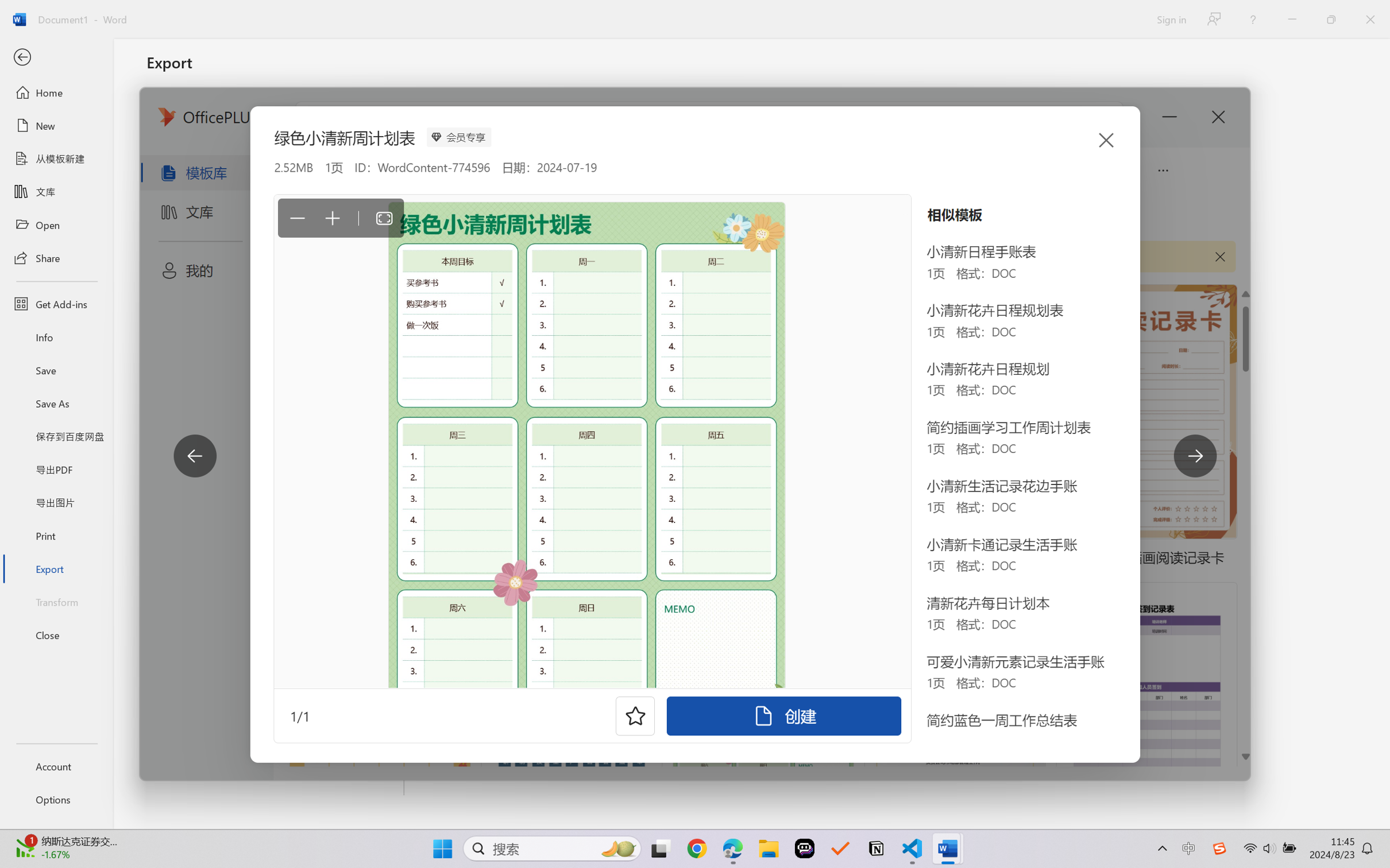 The width and height of the screenshot is (1390, 868). What do you see at coordinates (56, 766) in the screenshot?
I see `'Account'` at bounding box center [56, 766].